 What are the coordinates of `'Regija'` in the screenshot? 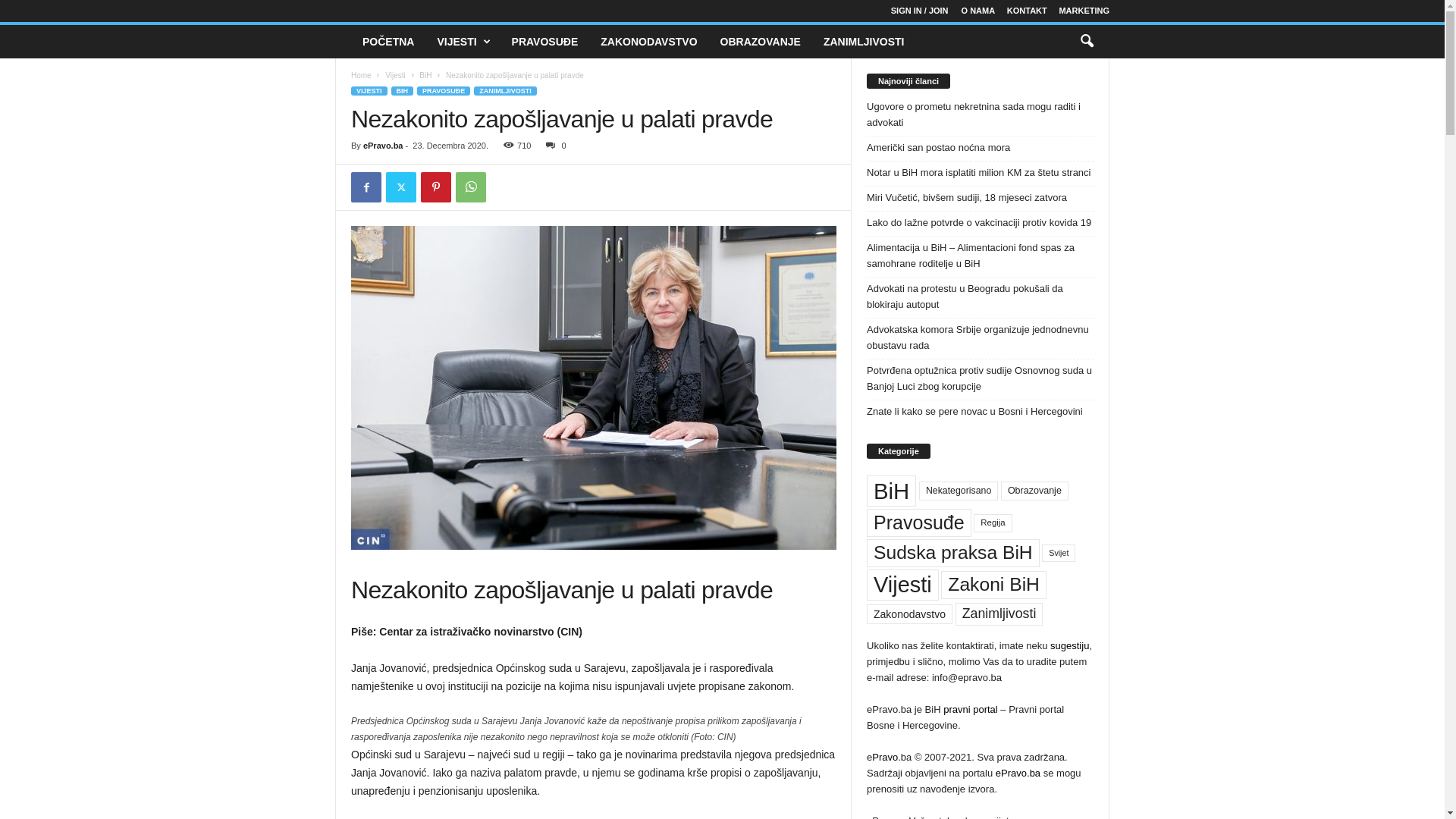 It's located at (973, 522).